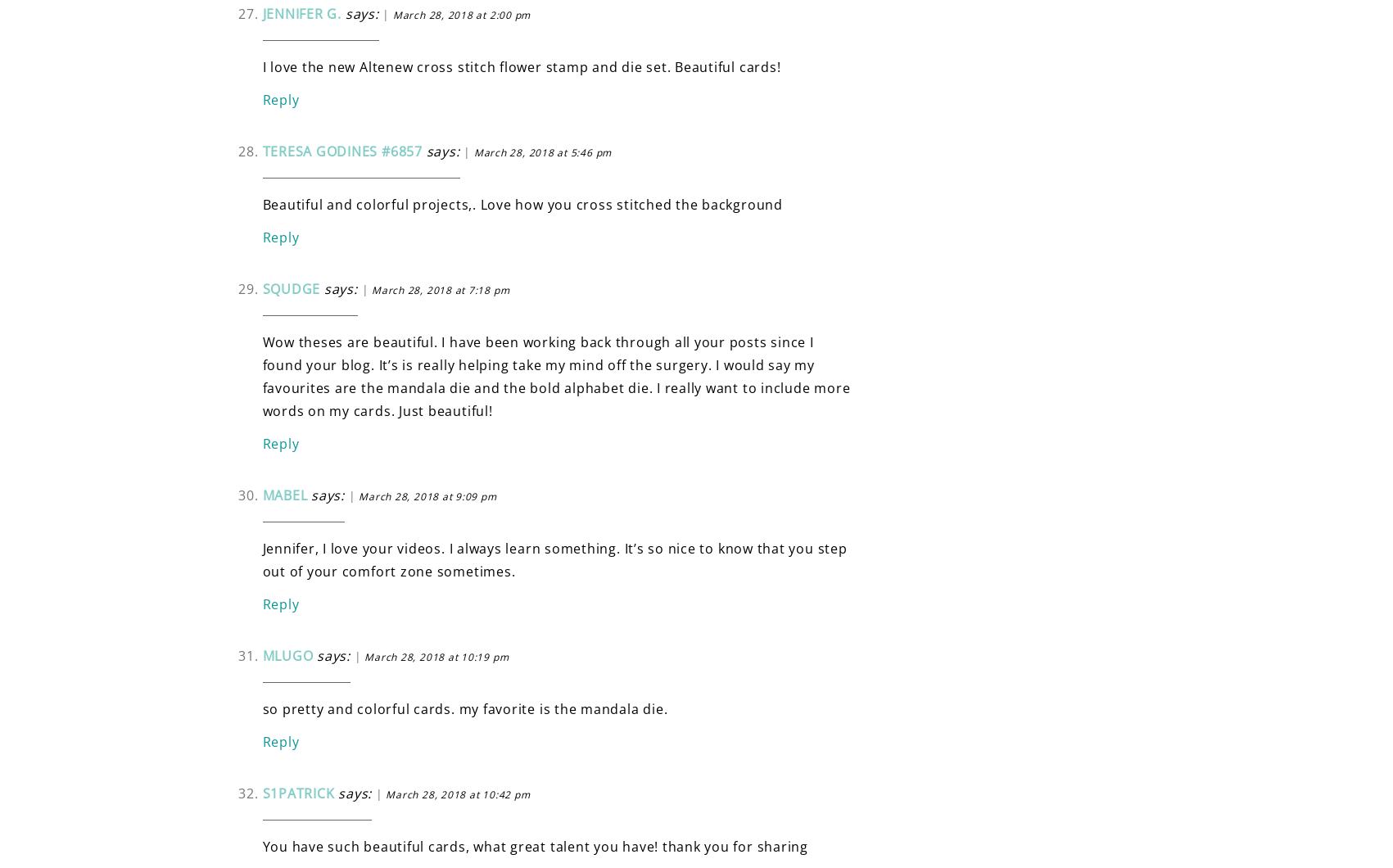 This screenshot has width=1393, height=868. Describe the element at coordinates (261, 558) in the screenshot. I see `'Jennifer, I love your videos. I always learn something. It’s so nice to know that you step out of your comfort zone sometimes.'` at that location.